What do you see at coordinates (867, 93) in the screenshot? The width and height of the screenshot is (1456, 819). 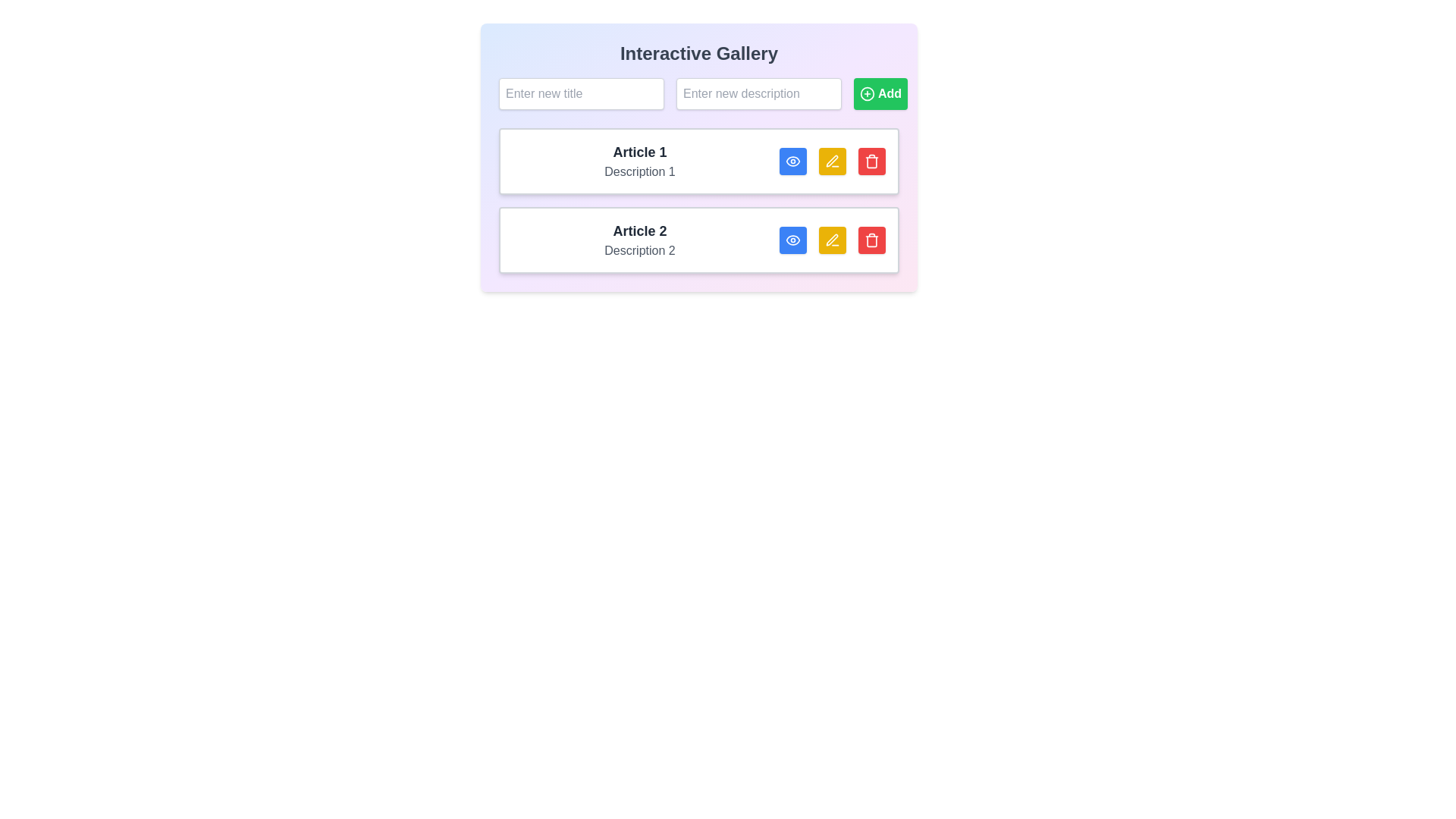 I see `the add icon located inside the green 'Add' button at the top-right corner of the interactive gallery interface` at bounding box center [867, 93].